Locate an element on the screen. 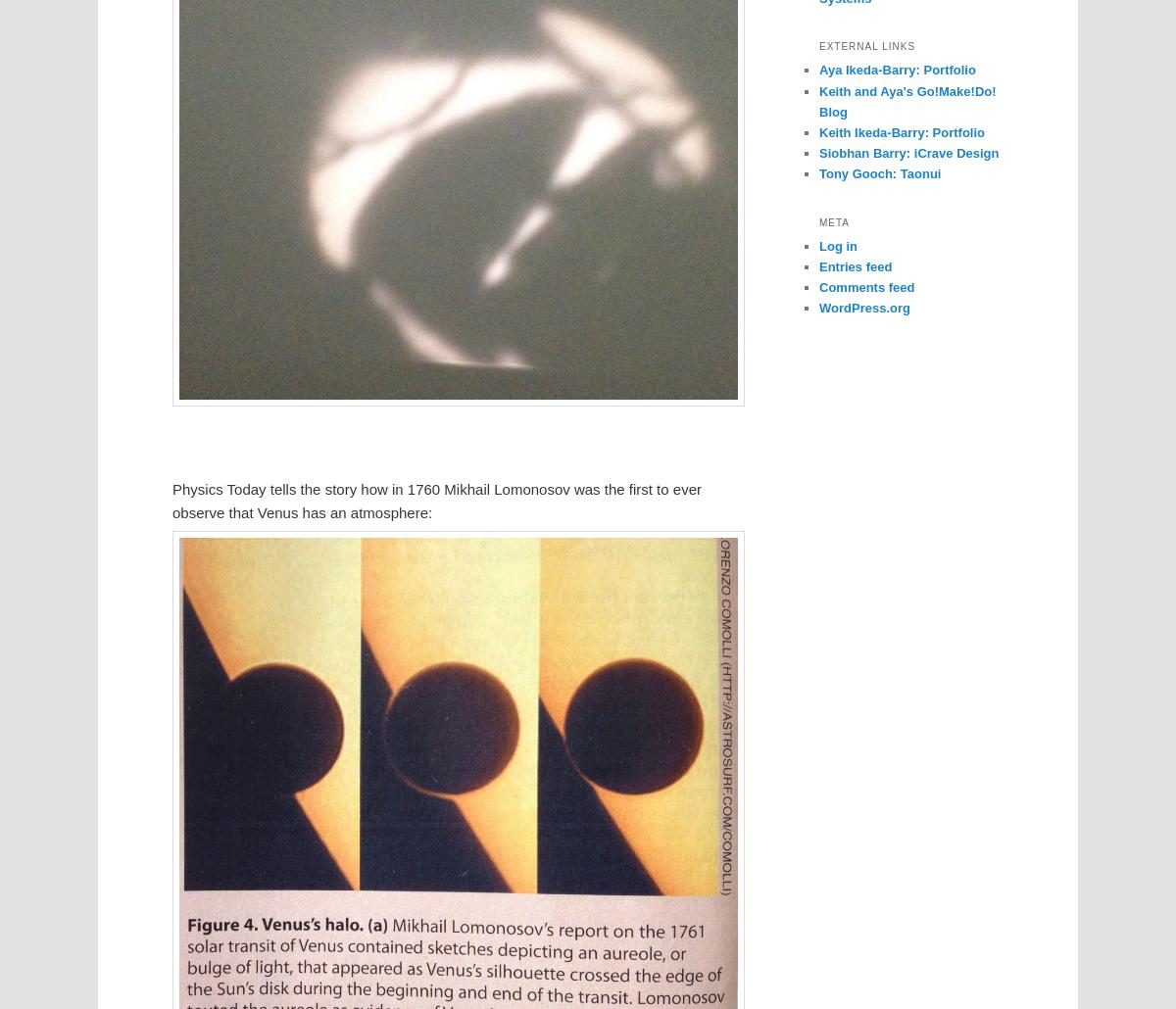 The width and height of the screenshot is (1176, 1009). 'Tony Gooch: Taonui' is located at coordinates (878, 173).